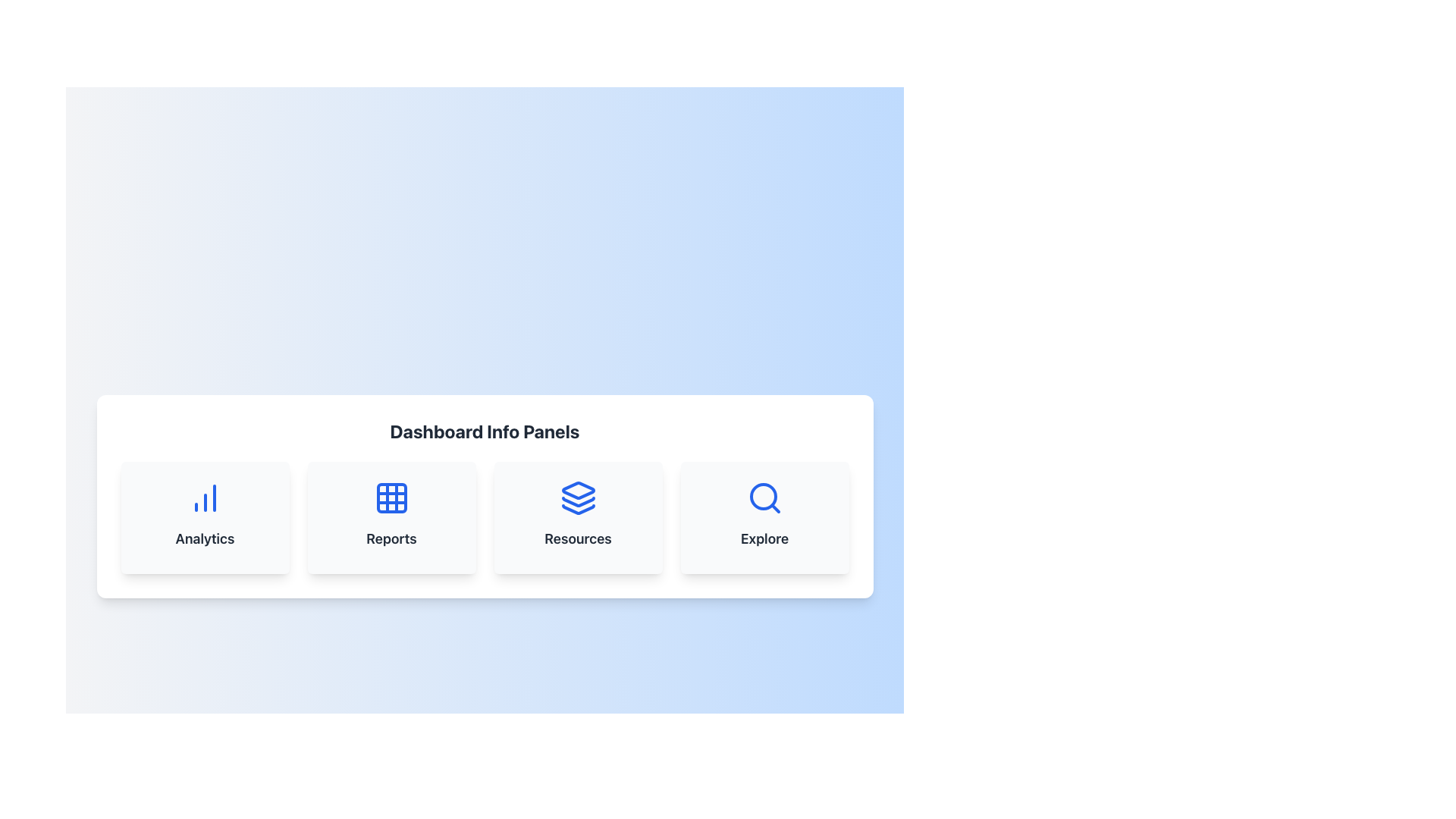 This screenshot has height=819, width=1456. I want to click on the vibrant blue bar chart icon located in the 'Analytics' card, so click(204, 497).